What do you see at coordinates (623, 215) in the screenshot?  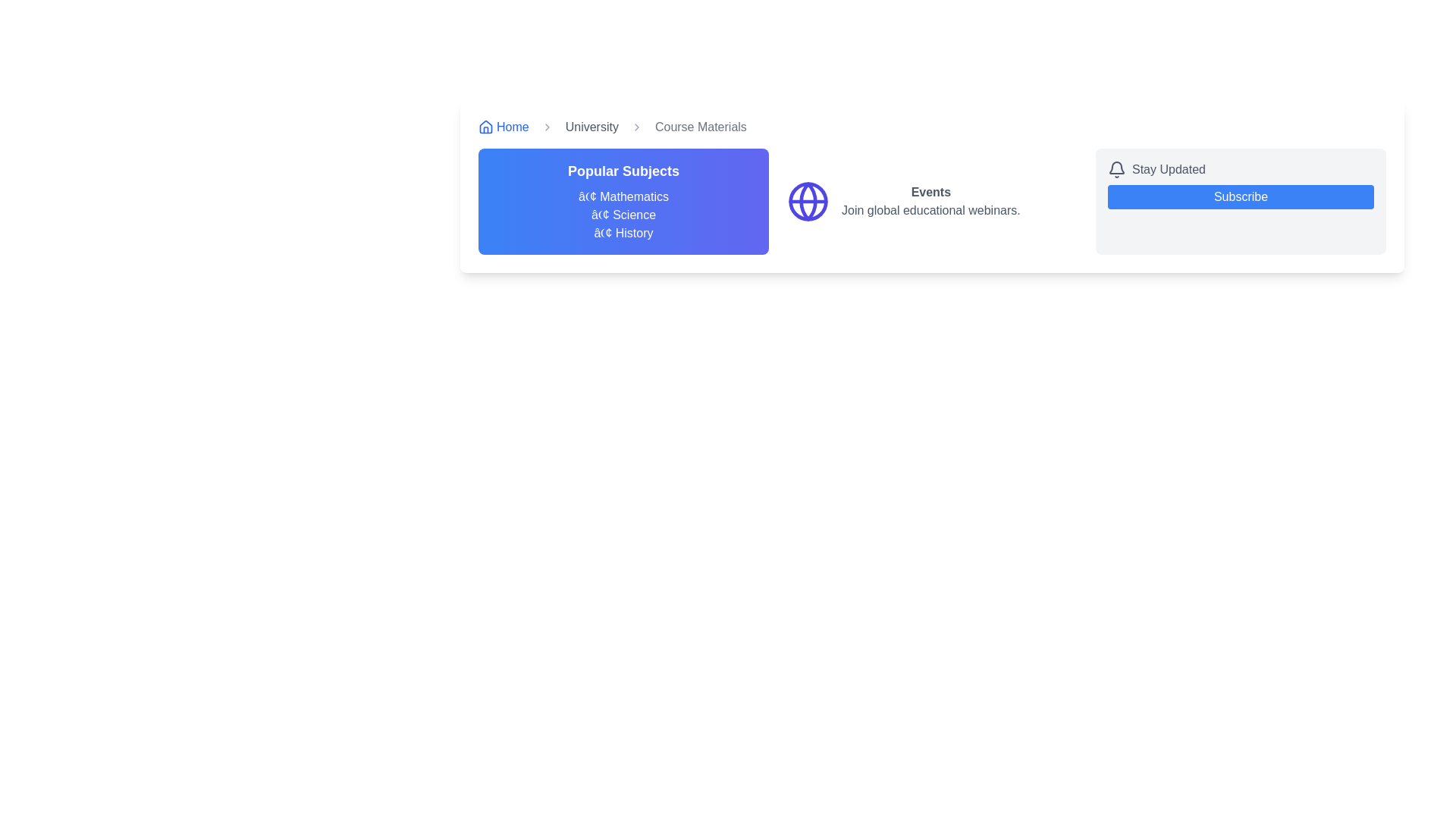 I see `the static text label displaying '• Science' which is the second item in the vertical list under the heading 'Popular Subjects'` at bounding box center [623, 215].